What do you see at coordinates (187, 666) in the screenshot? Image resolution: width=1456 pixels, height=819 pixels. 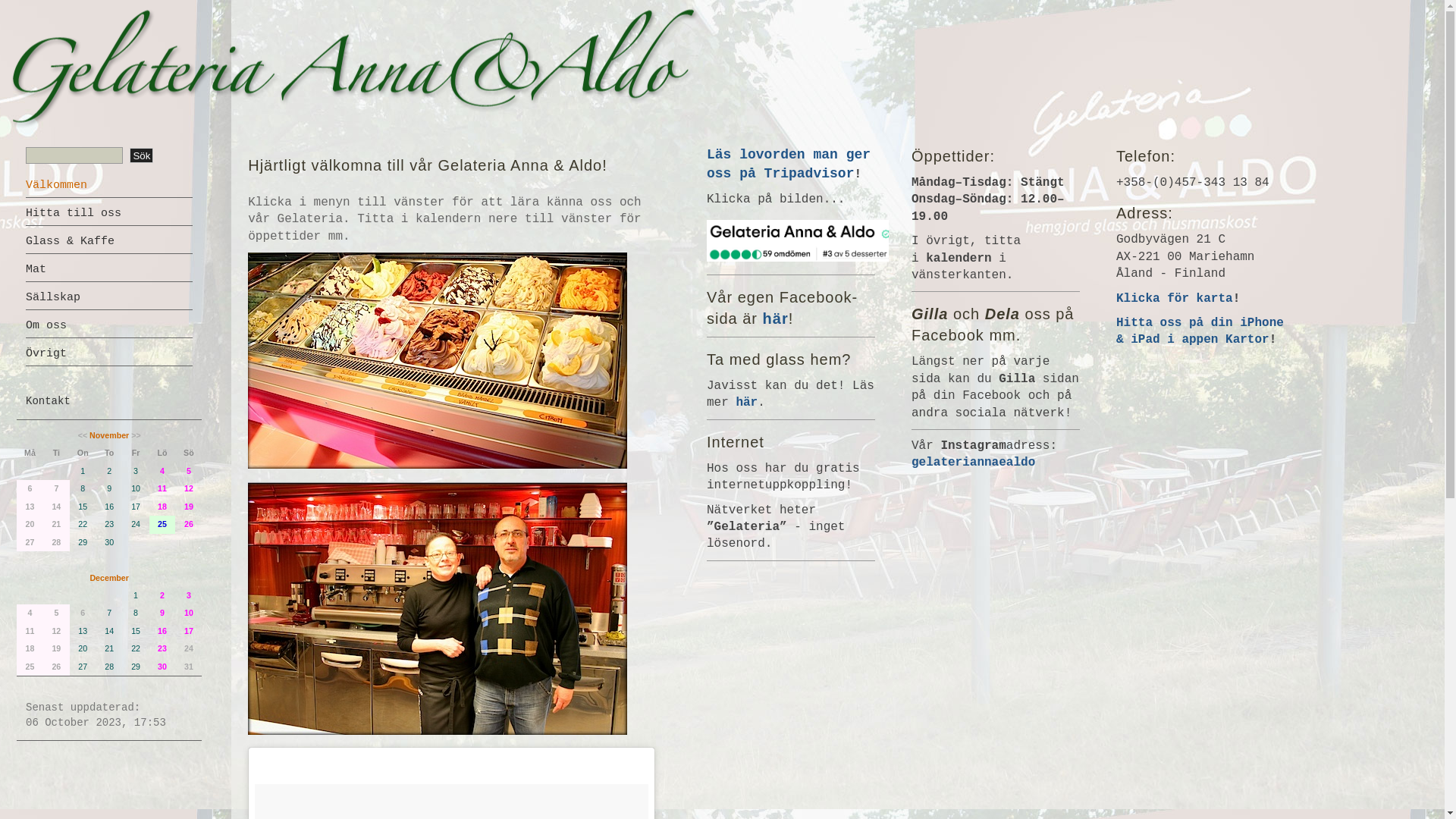 I see `'31'` at bounding box center [187, 666].